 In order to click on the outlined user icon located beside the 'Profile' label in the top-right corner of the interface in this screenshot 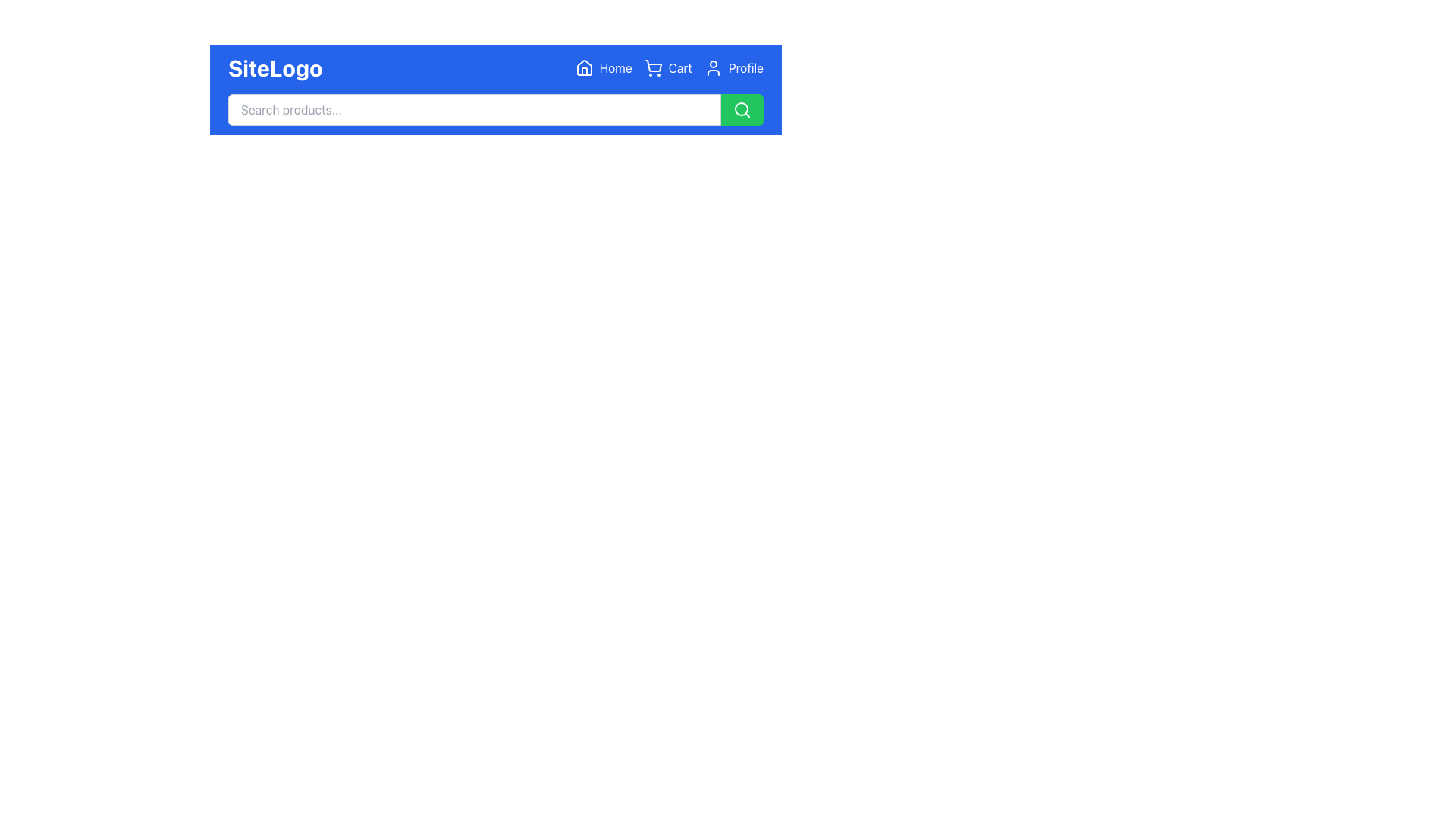, I will do `click(712, 67)`.